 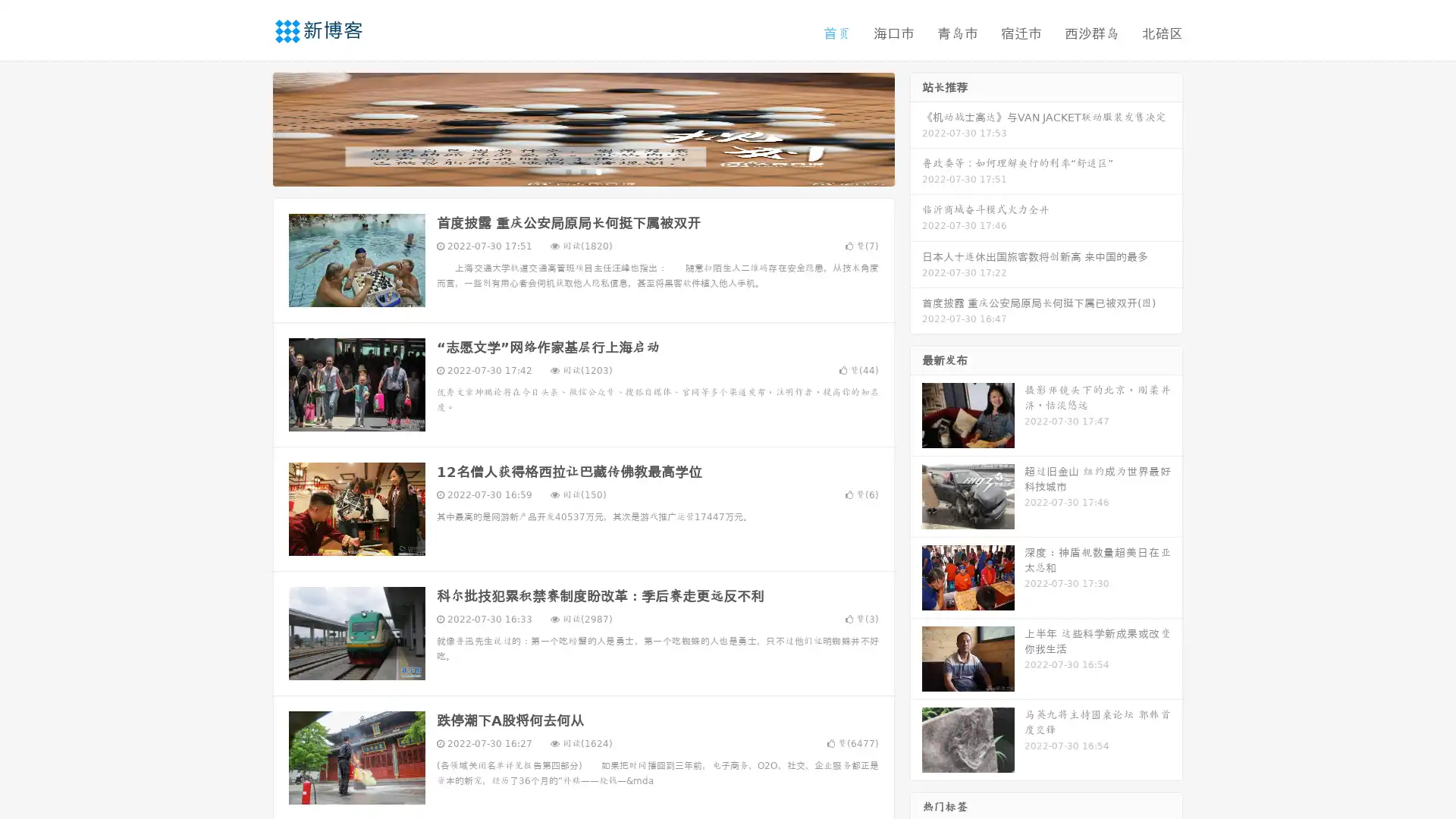 What do you see at coordinates (567, 171) in the screenshot?
I see `Go to slide 1` at bounding box center [567, 171].